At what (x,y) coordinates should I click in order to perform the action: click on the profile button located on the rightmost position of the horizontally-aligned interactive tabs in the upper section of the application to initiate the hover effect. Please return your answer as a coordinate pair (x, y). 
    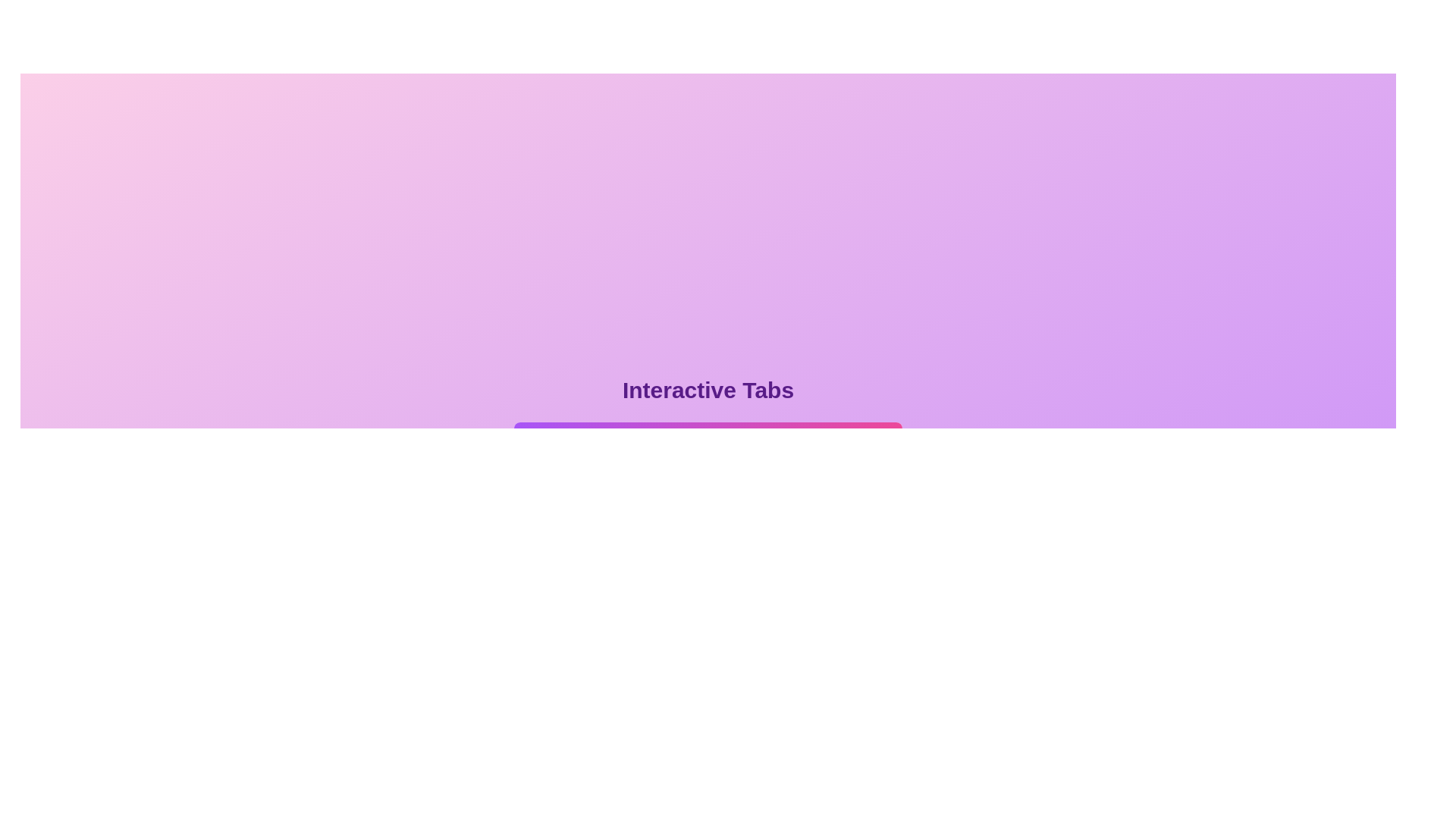
    Looking at the image, I should click on (856, 455).